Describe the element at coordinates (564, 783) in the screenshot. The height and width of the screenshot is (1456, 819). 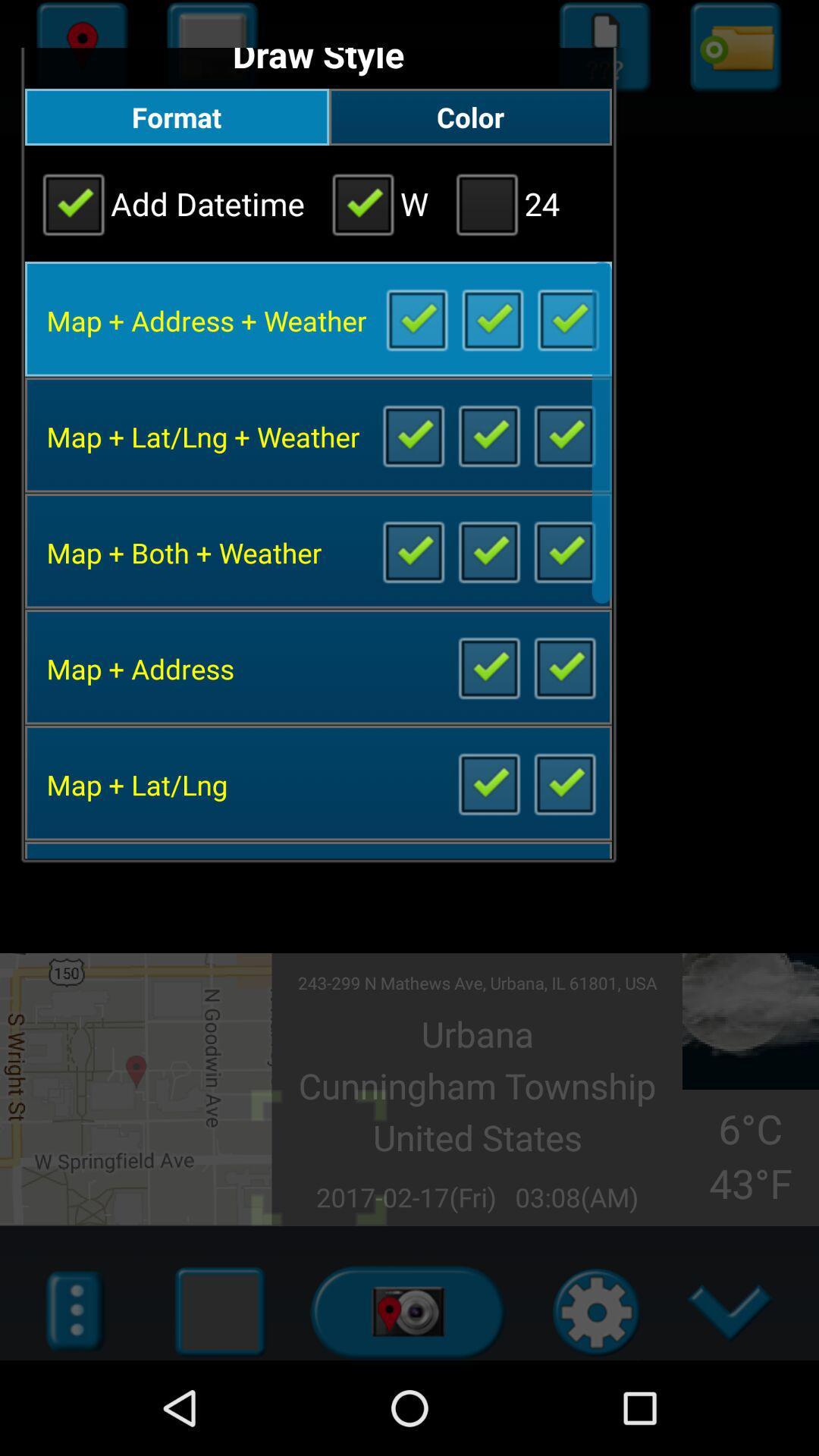
I see `view latitude and longitude` at that location.